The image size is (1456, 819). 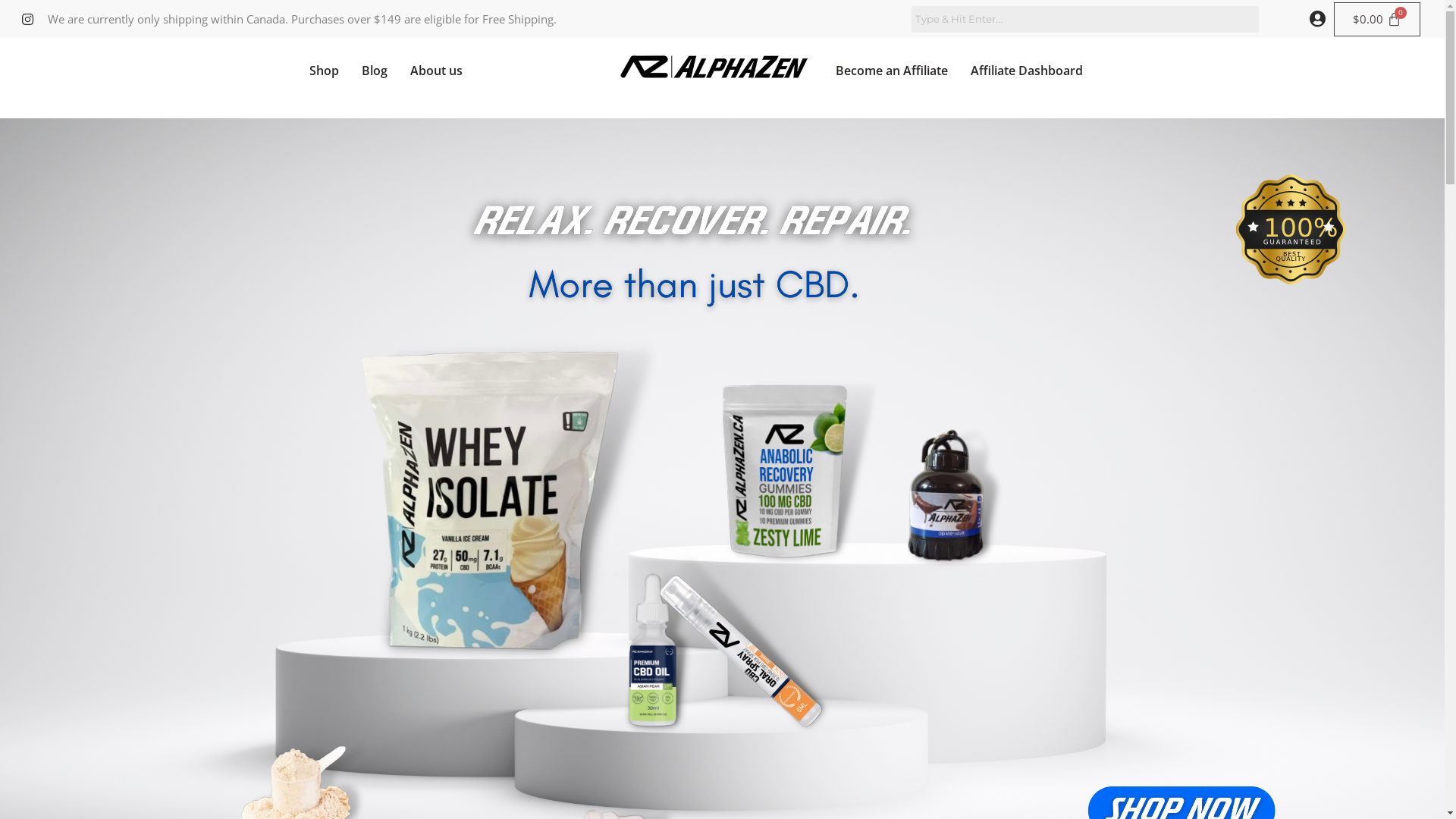 I want to click on 'Affiliate Dashboard', so click(x=1026, y=70).